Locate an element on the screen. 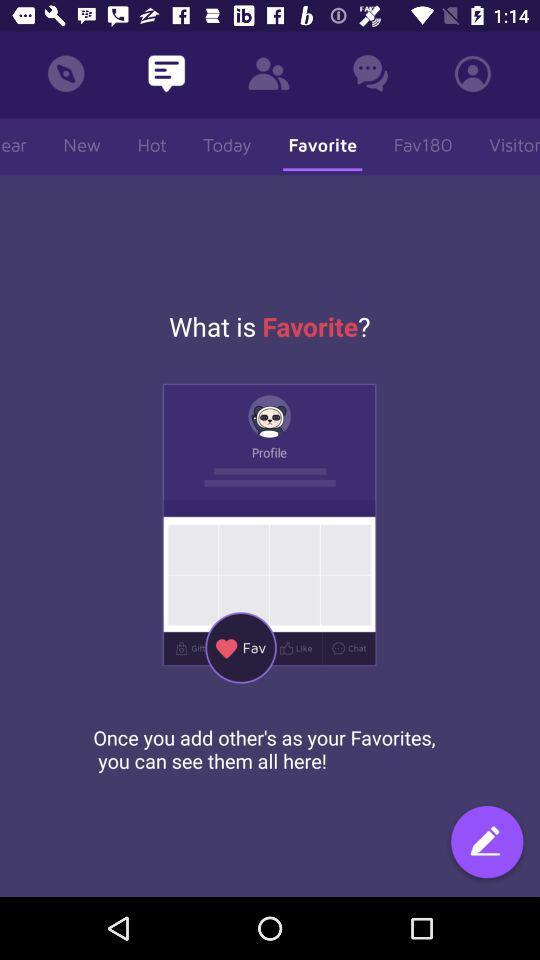 Image resolution: width=540 pixels, height=960 pixels. to write is located at coordinates (486, 843).